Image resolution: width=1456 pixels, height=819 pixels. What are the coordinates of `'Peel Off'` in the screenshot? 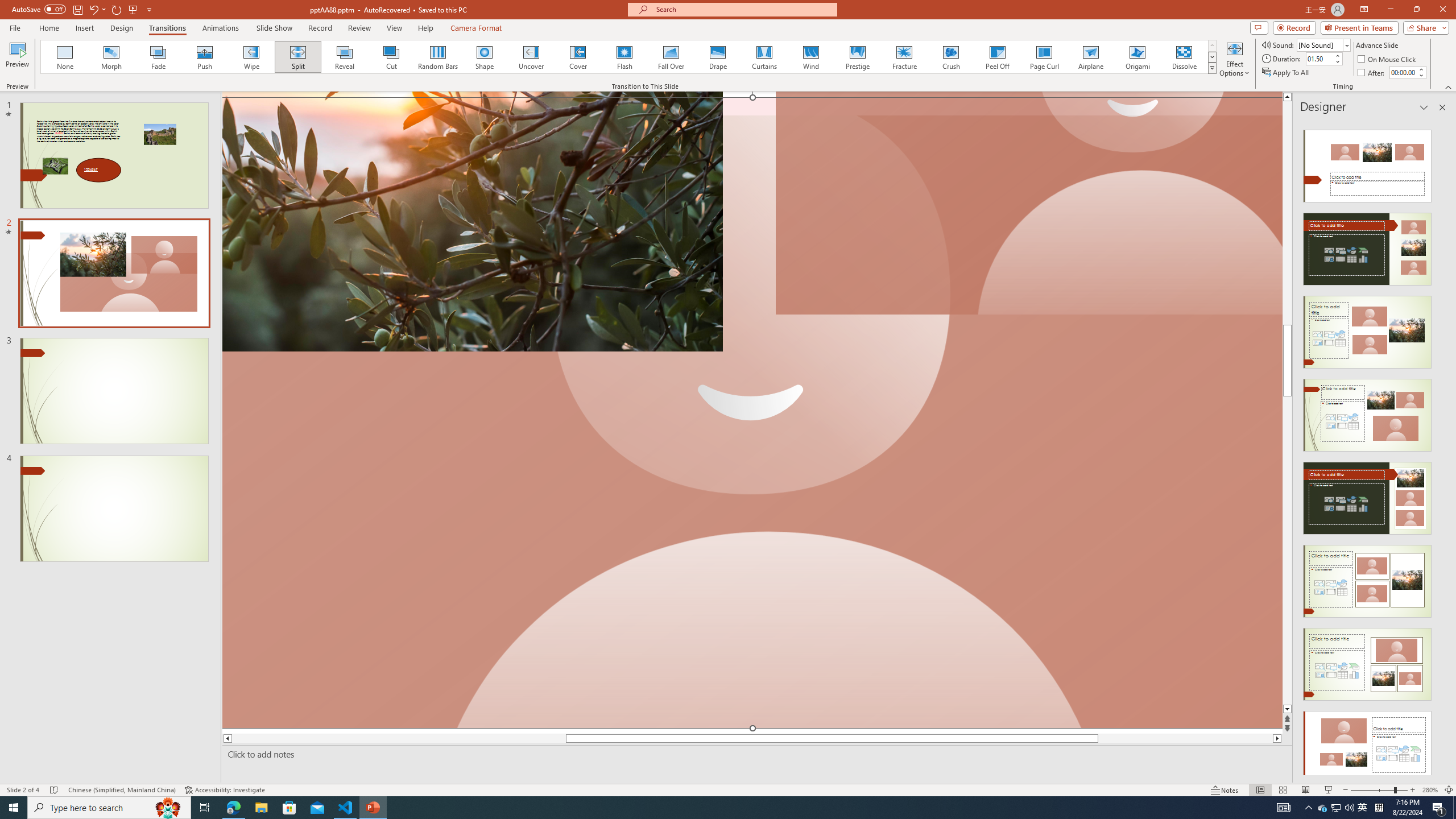 It's located at (996, 56).